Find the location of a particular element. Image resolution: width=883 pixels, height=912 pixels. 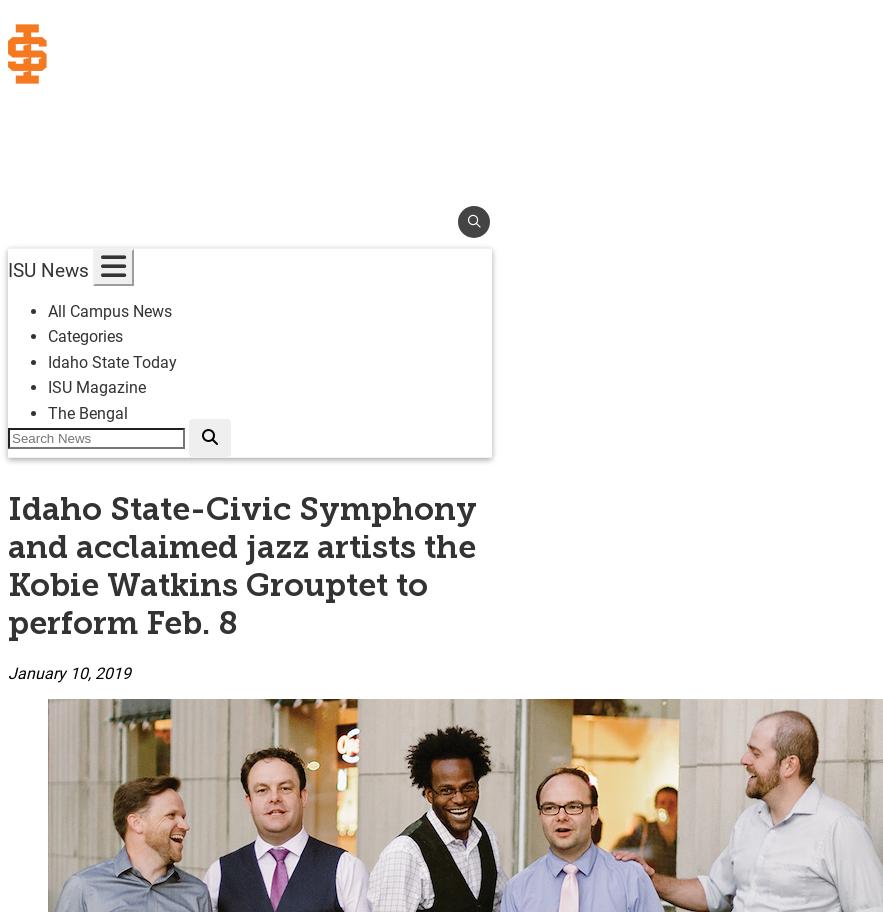

'Resources' is located at coordinates (59, 525).